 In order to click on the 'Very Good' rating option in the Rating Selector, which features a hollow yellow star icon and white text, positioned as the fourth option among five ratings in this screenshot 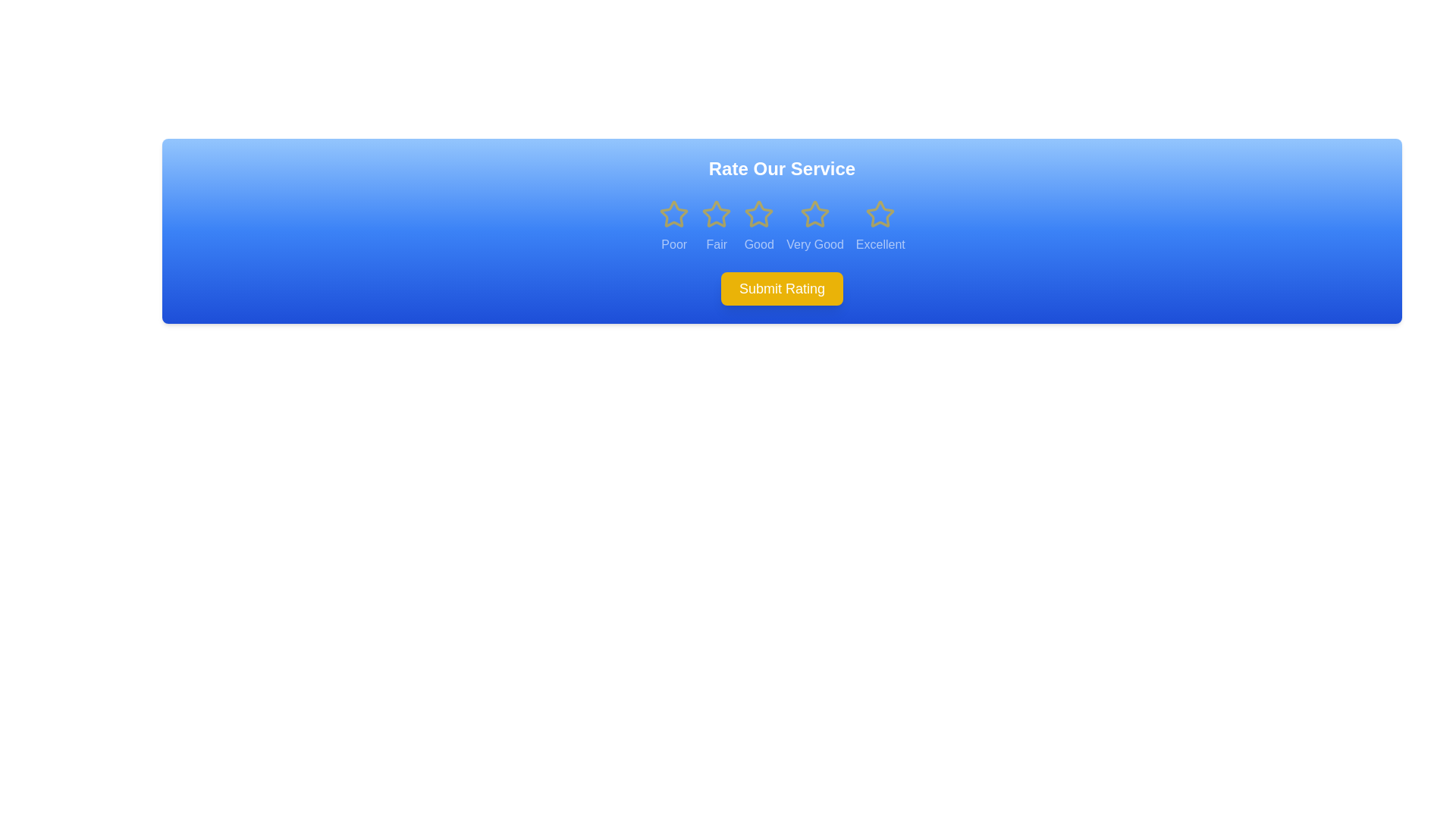, I will do `click(814, 227)`.